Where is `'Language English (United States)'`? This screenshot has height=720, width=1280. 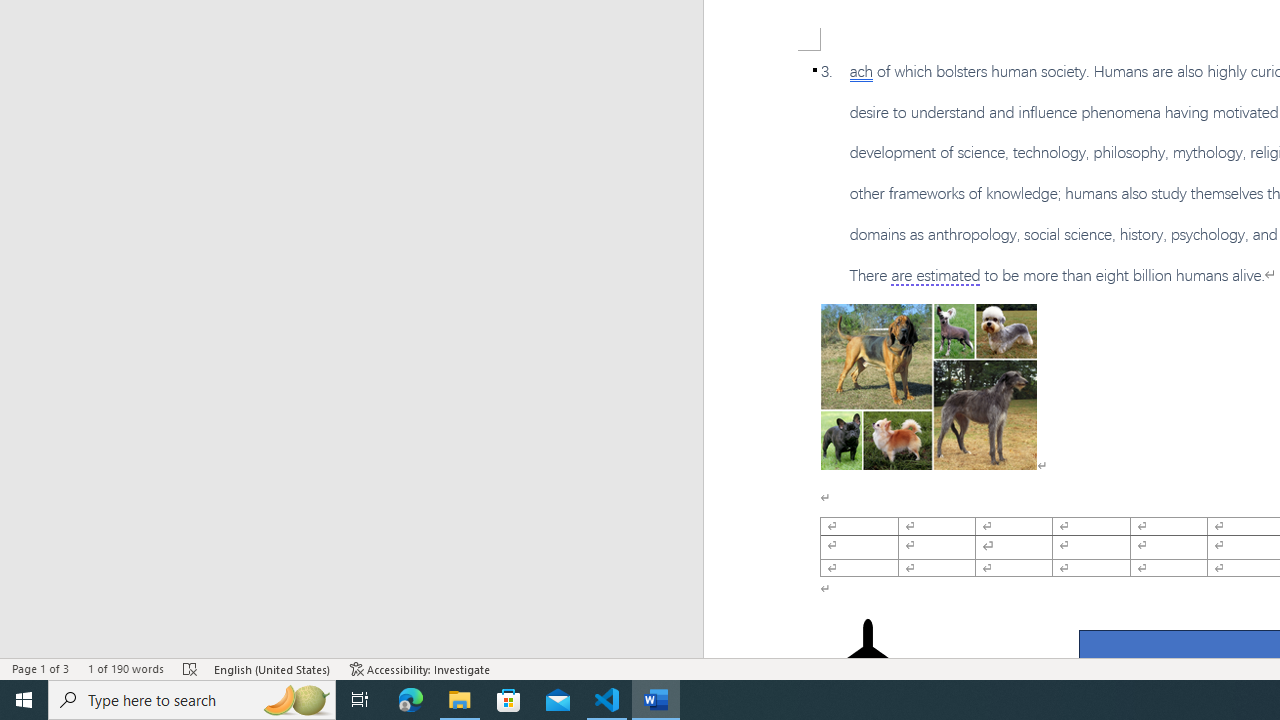
'Language English (United States)' is located at coordinates (272, 669).